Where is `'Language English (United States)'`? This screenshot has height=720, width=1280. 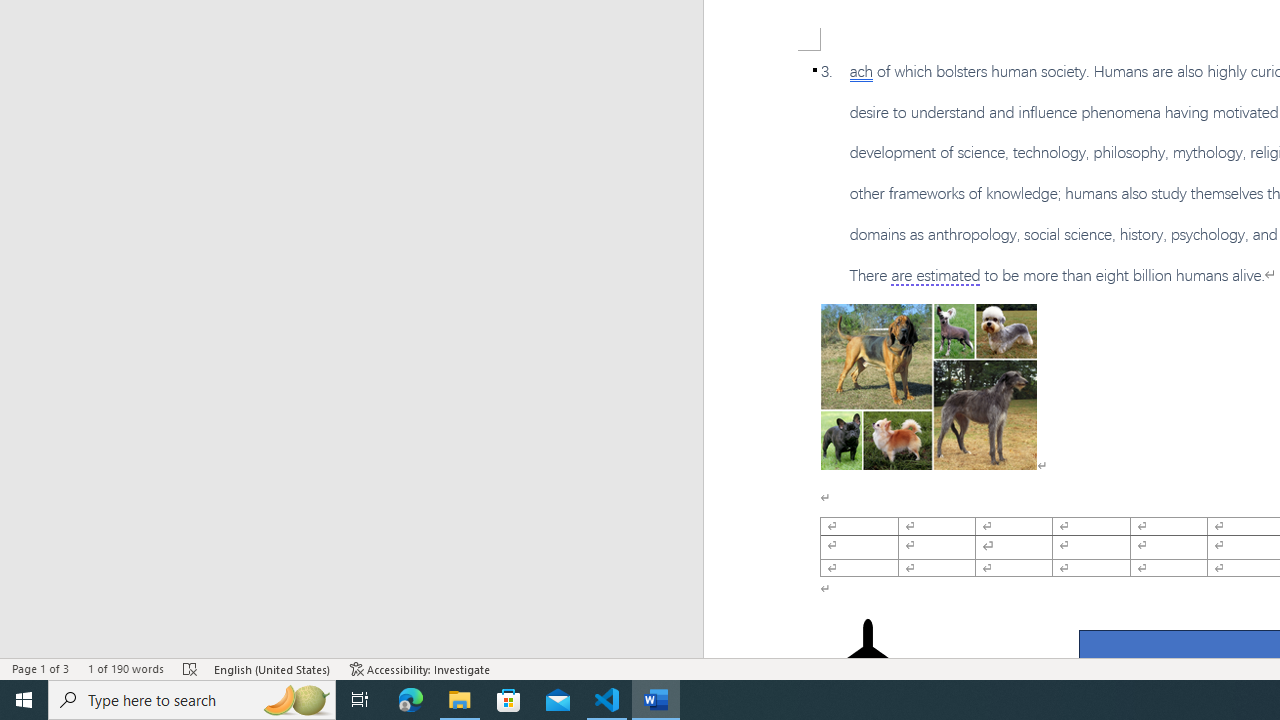
'Language English (United States)' is located at coordinates (272, 669).